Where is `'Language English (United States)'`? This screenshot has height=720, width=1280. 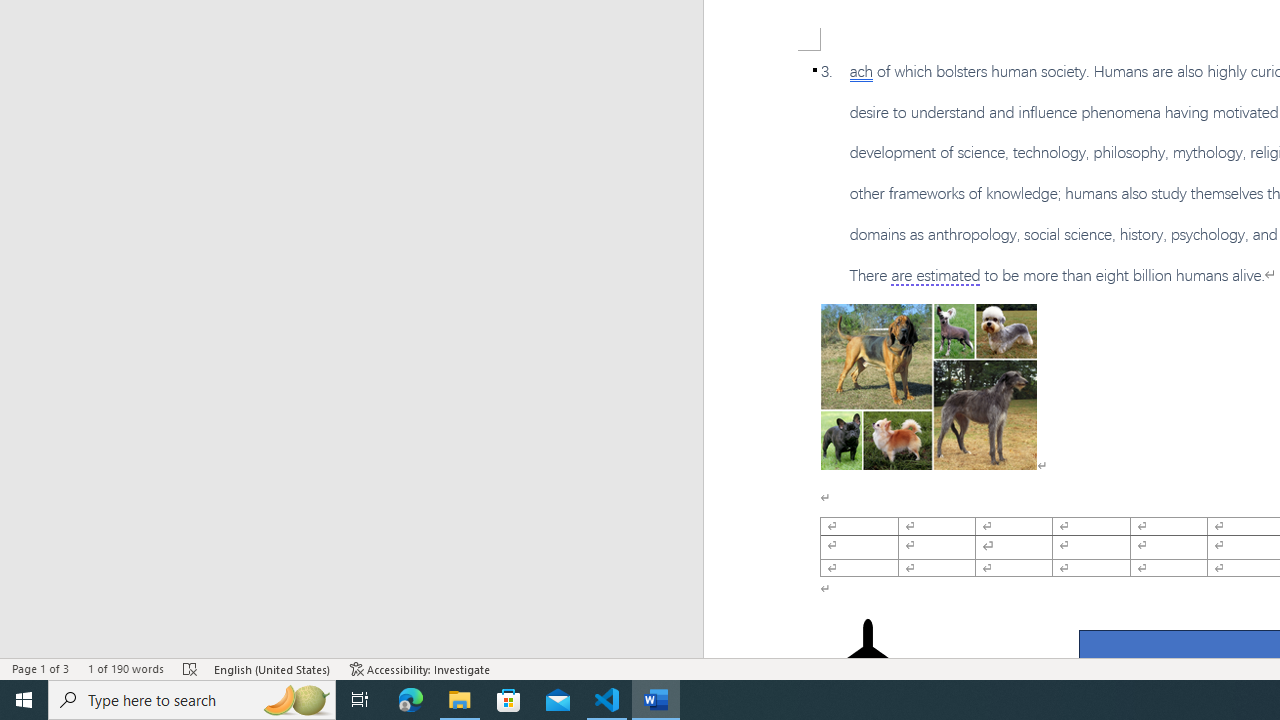
'Language English (United States)' is located at coordinates (272, 669).